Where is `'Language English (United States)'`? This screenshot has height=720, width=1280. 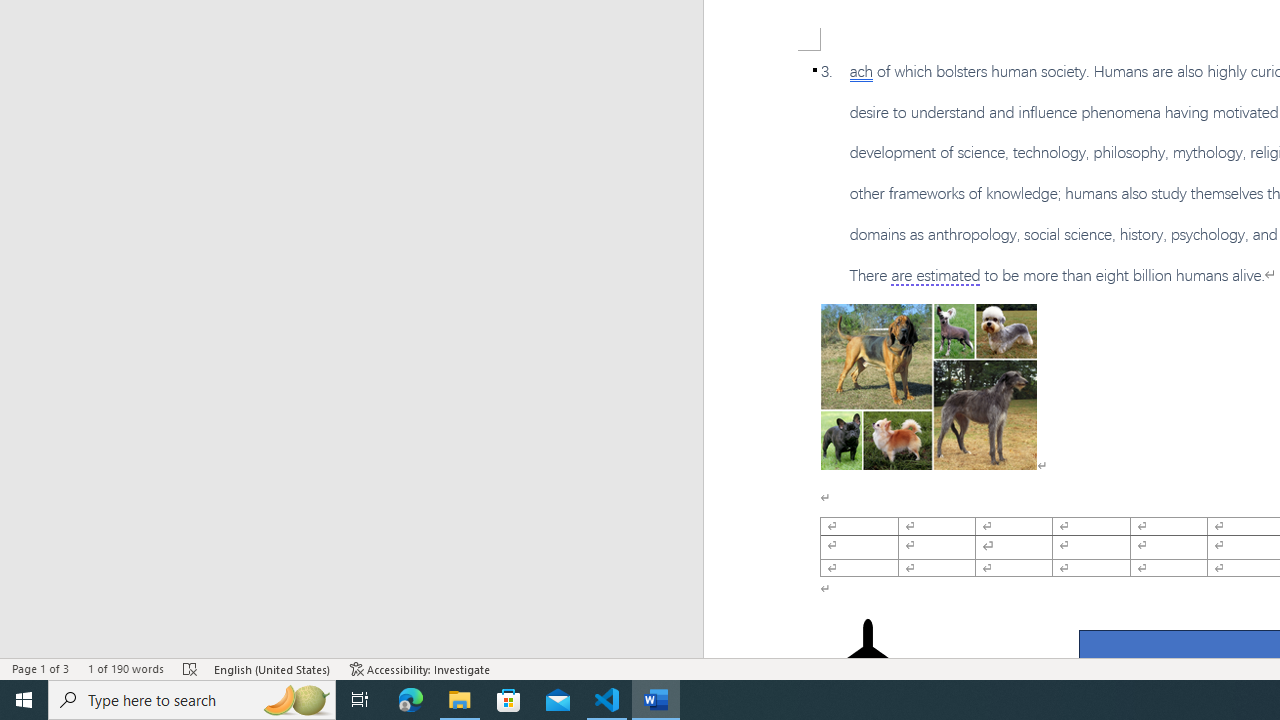
'Language English (United States)' is located at coordinates (272, 669).